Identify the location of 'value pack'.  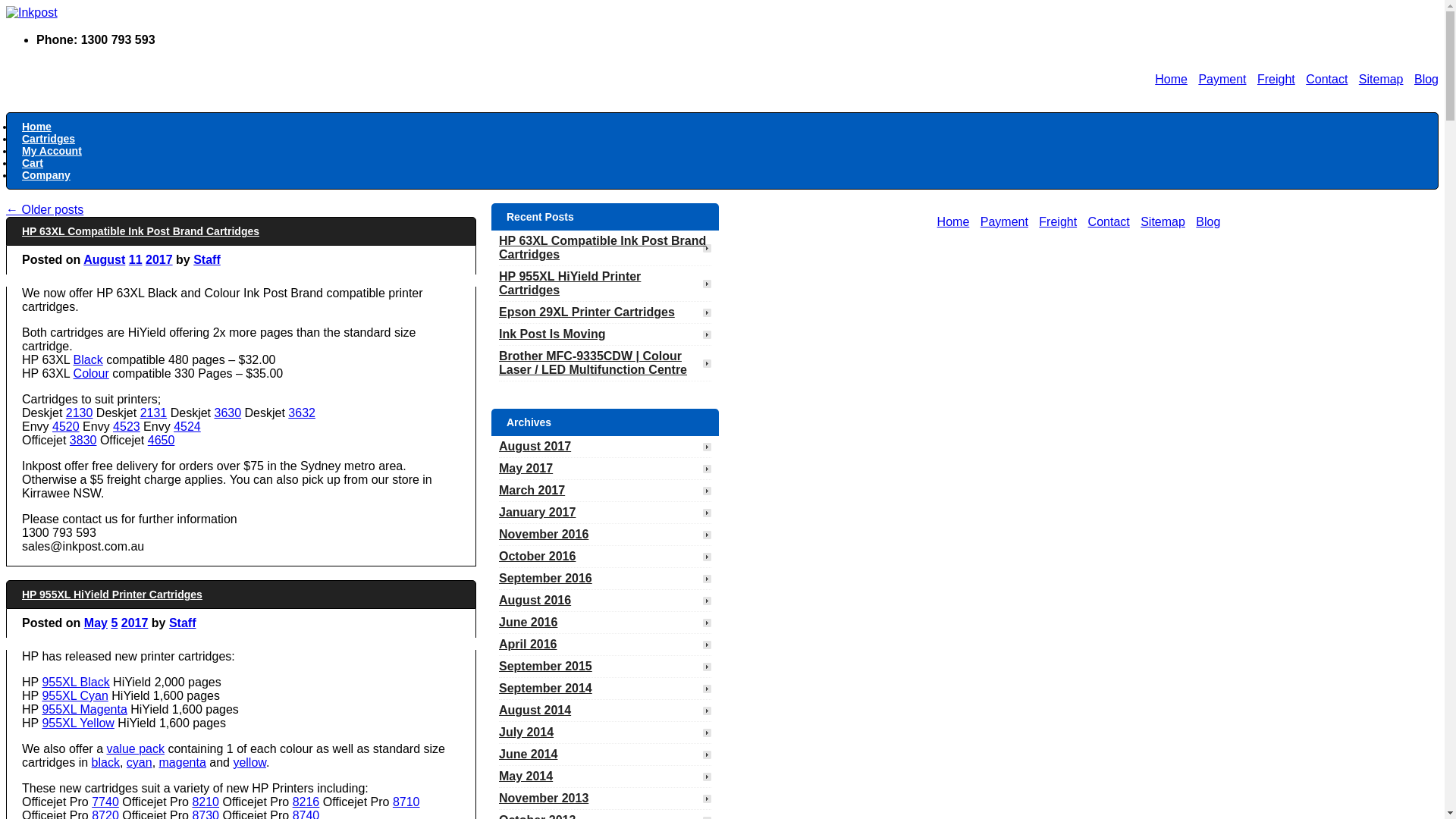
(105, 748).